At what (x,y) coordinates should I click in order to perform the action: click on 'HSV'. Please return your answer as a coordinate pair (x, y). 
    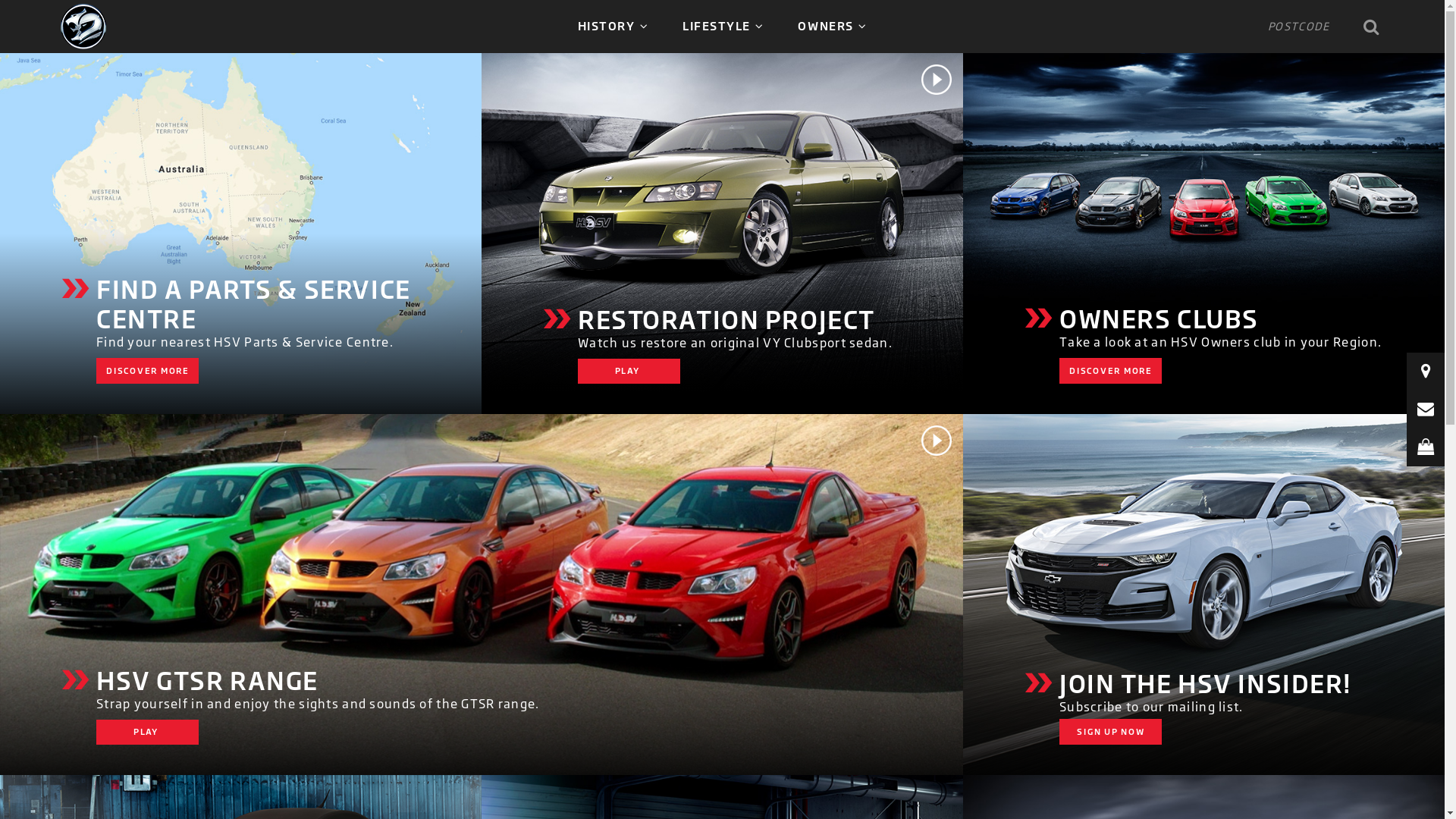
    Looking at the image, I should click on (83, 25).